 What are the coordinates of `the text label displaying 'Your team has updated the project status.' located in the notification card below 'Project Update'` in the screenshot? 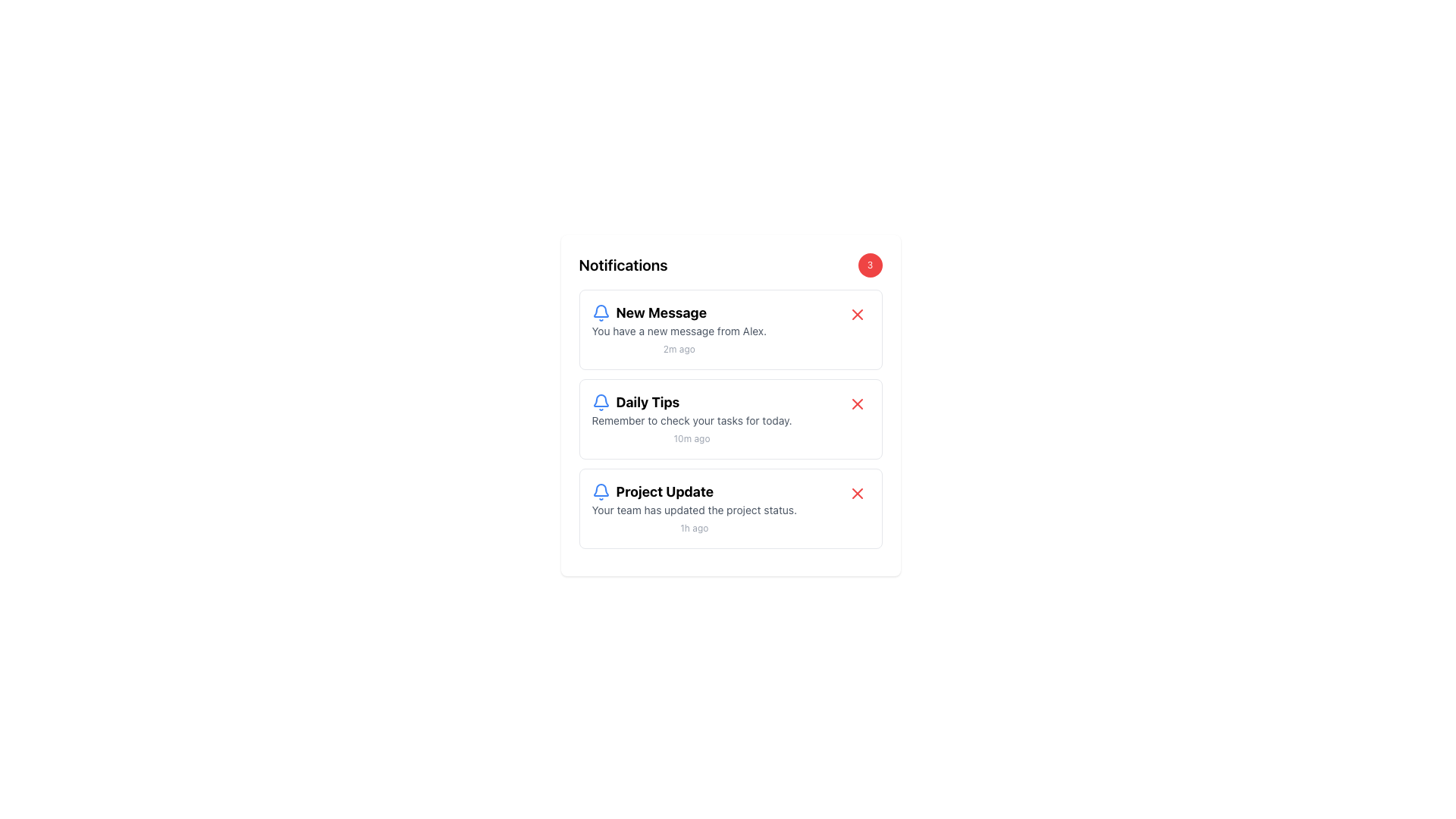 It's located at (693, 510).